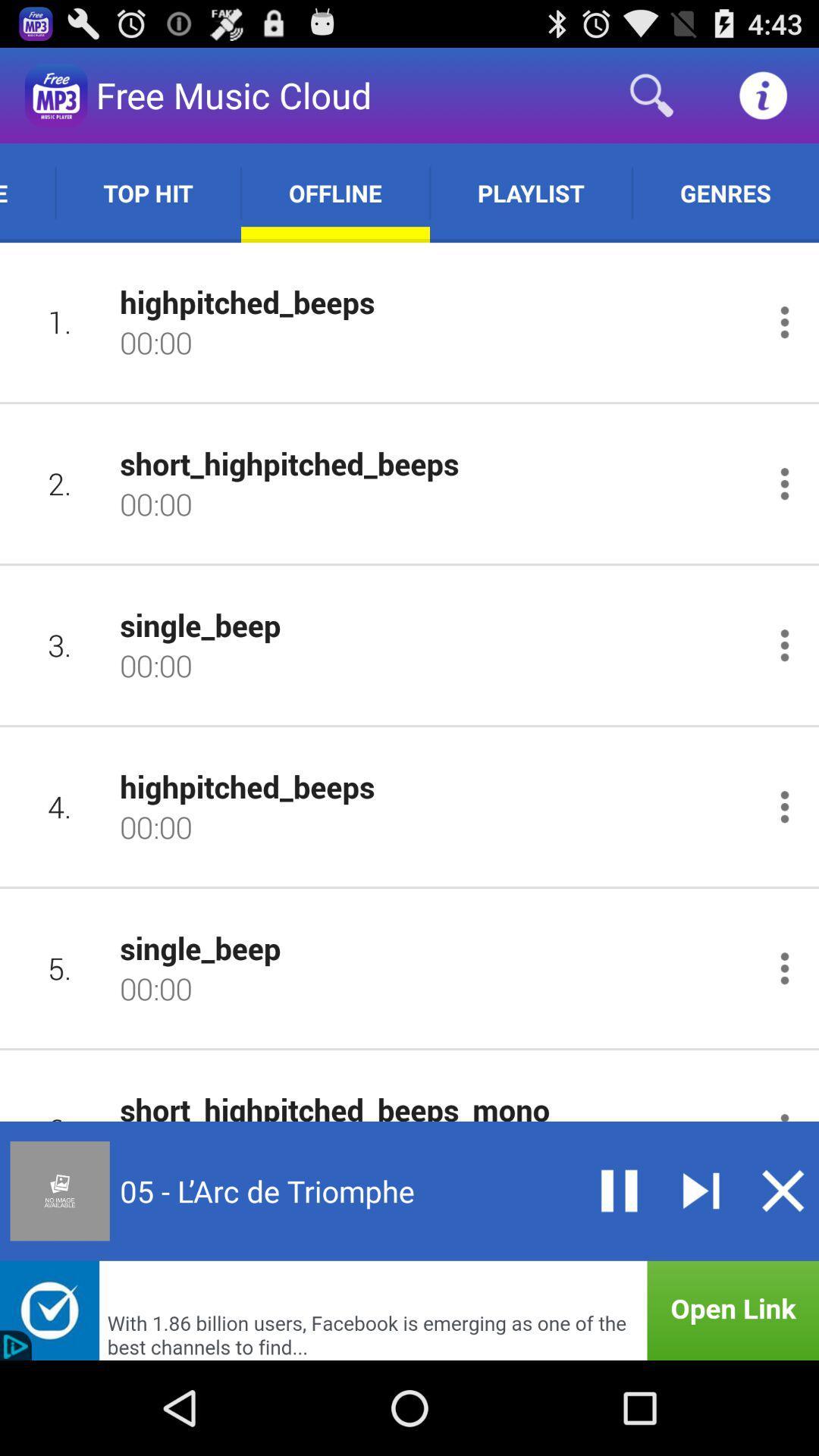  Describe the element at coordinates (783, 1190) in the screenshot. I see `removes blue boxed area so you can see the expanded menu` at that location.